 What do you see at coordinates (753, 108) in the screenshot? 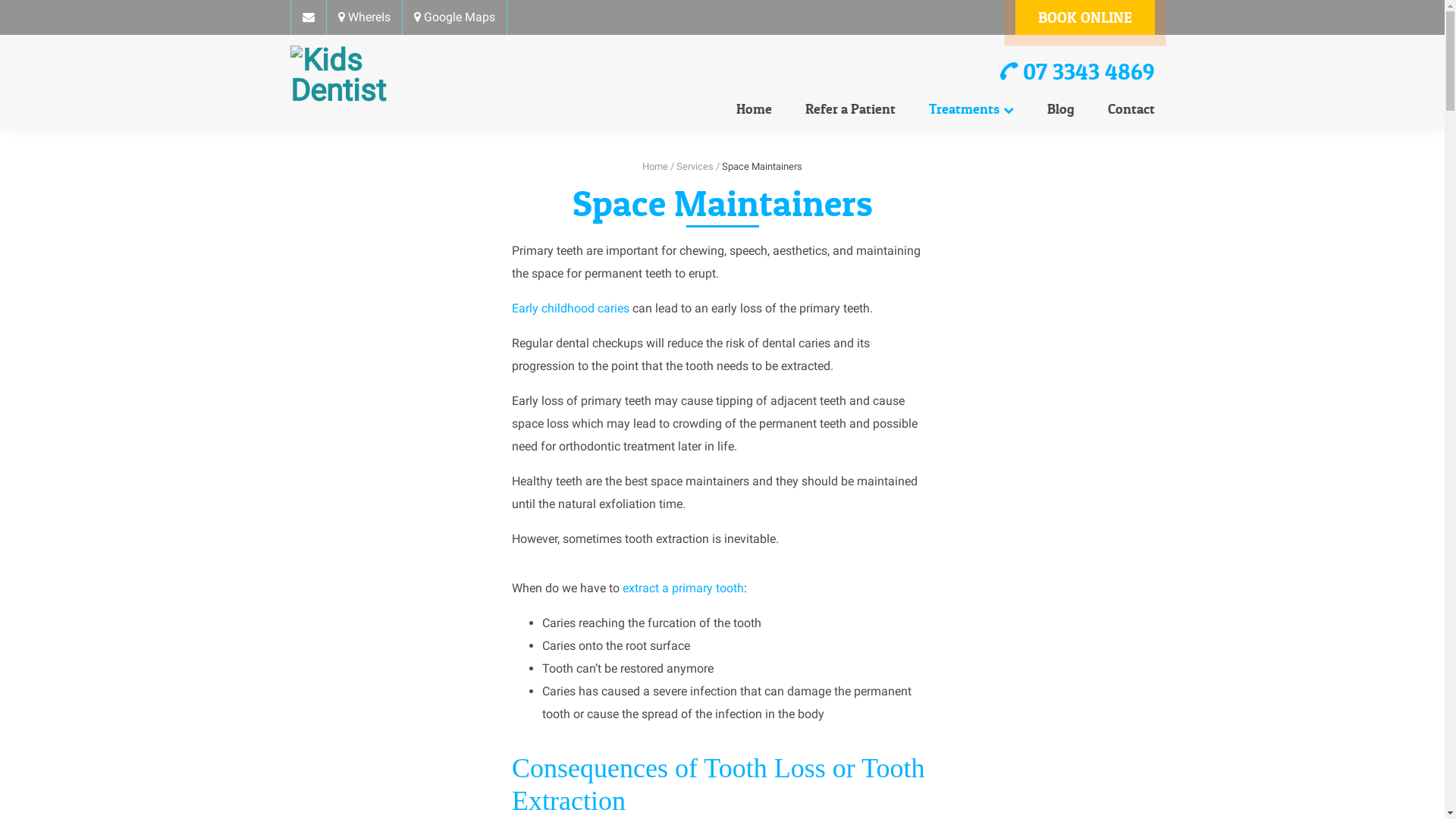
I see `'Home'` at bounding box center [753, 108].